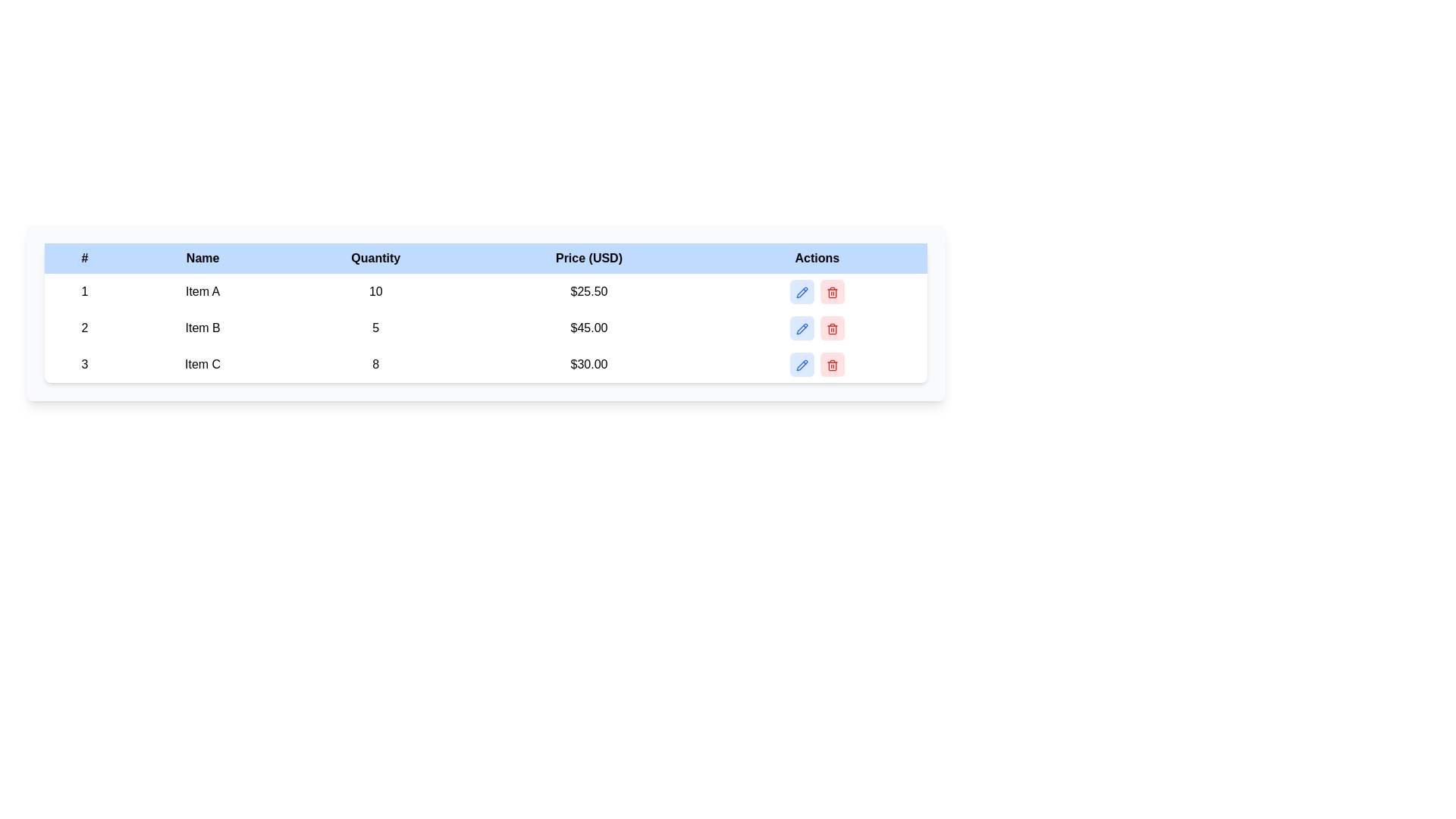 Image resolution: width=1456 pixels, height=819 pixels. What do you see at coordinates (801, 292) in the screenshot?
I see `the edit button located in the first row under the 'Actions' column of the table to initiate editing` at bounding box center [801, 292].